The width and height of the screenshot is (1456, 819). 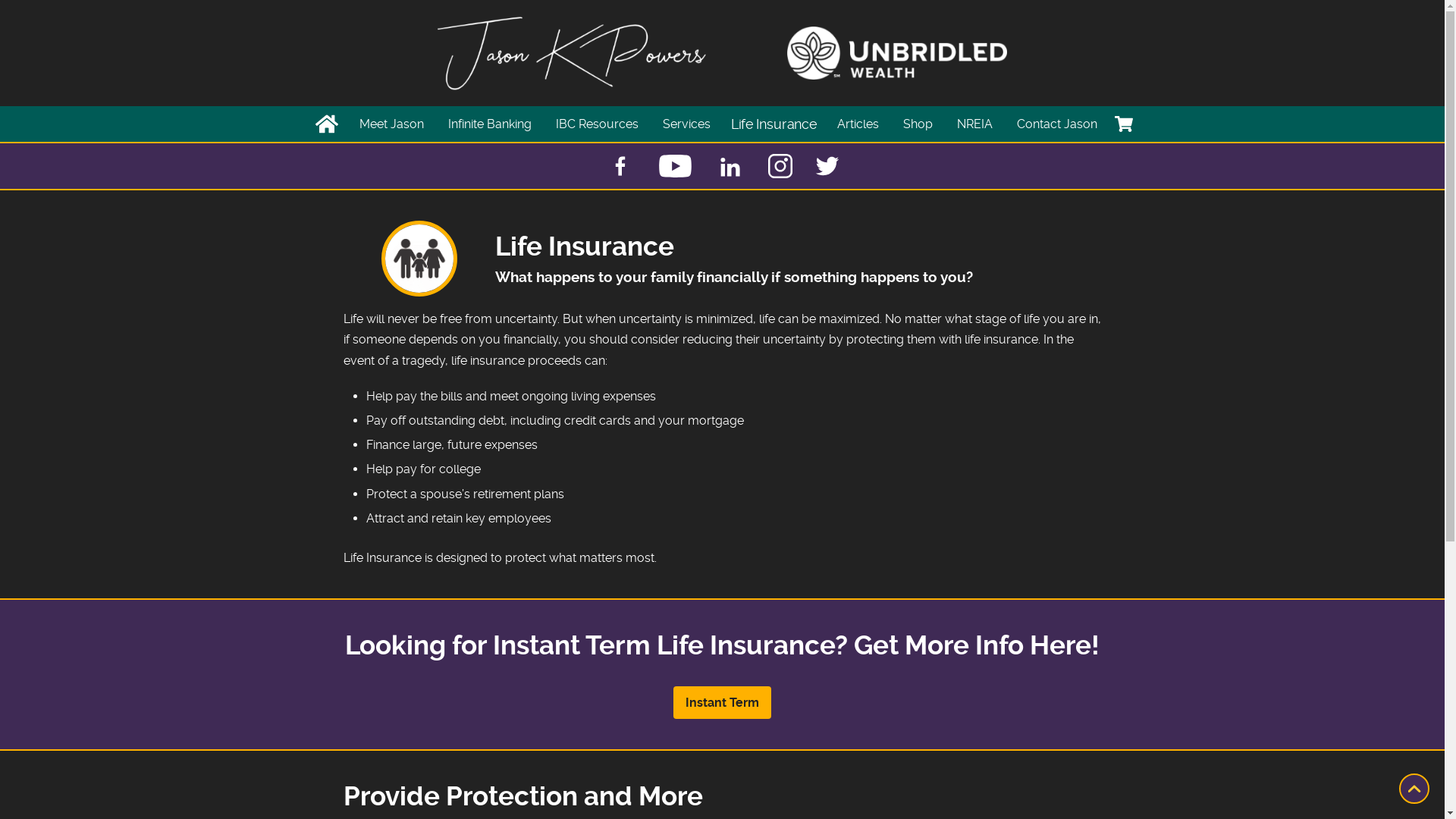 What do you see at coordinates (595, 123) in the screenshot?
I see `'IBC Resources'` at bounding box center [595, 123].